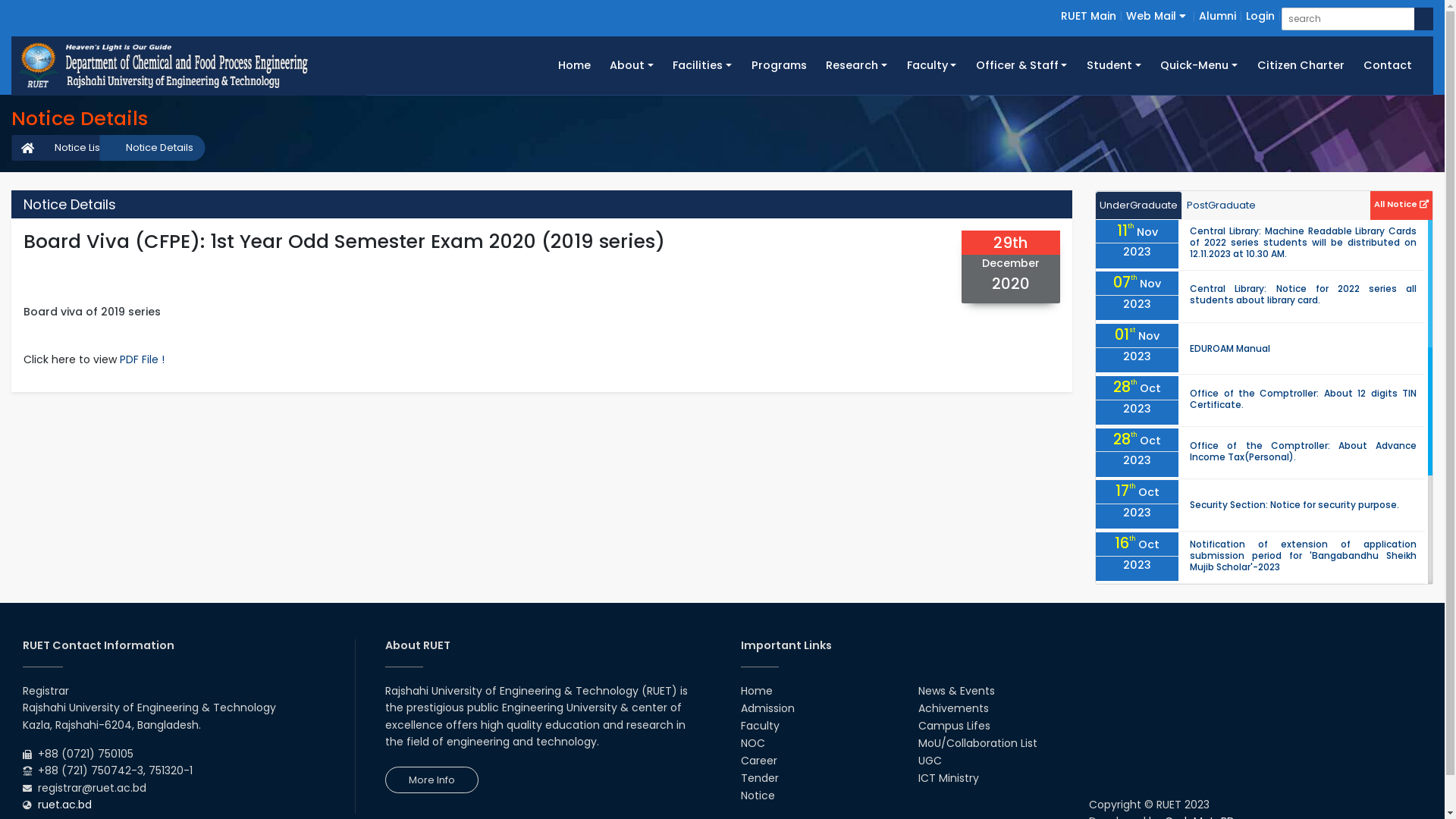 The width and height of the screenshot is (1456, 819). Describe the element at coordinates (64, 803) in the screenshot. I see `'ruet.ac.bd'` at that location.